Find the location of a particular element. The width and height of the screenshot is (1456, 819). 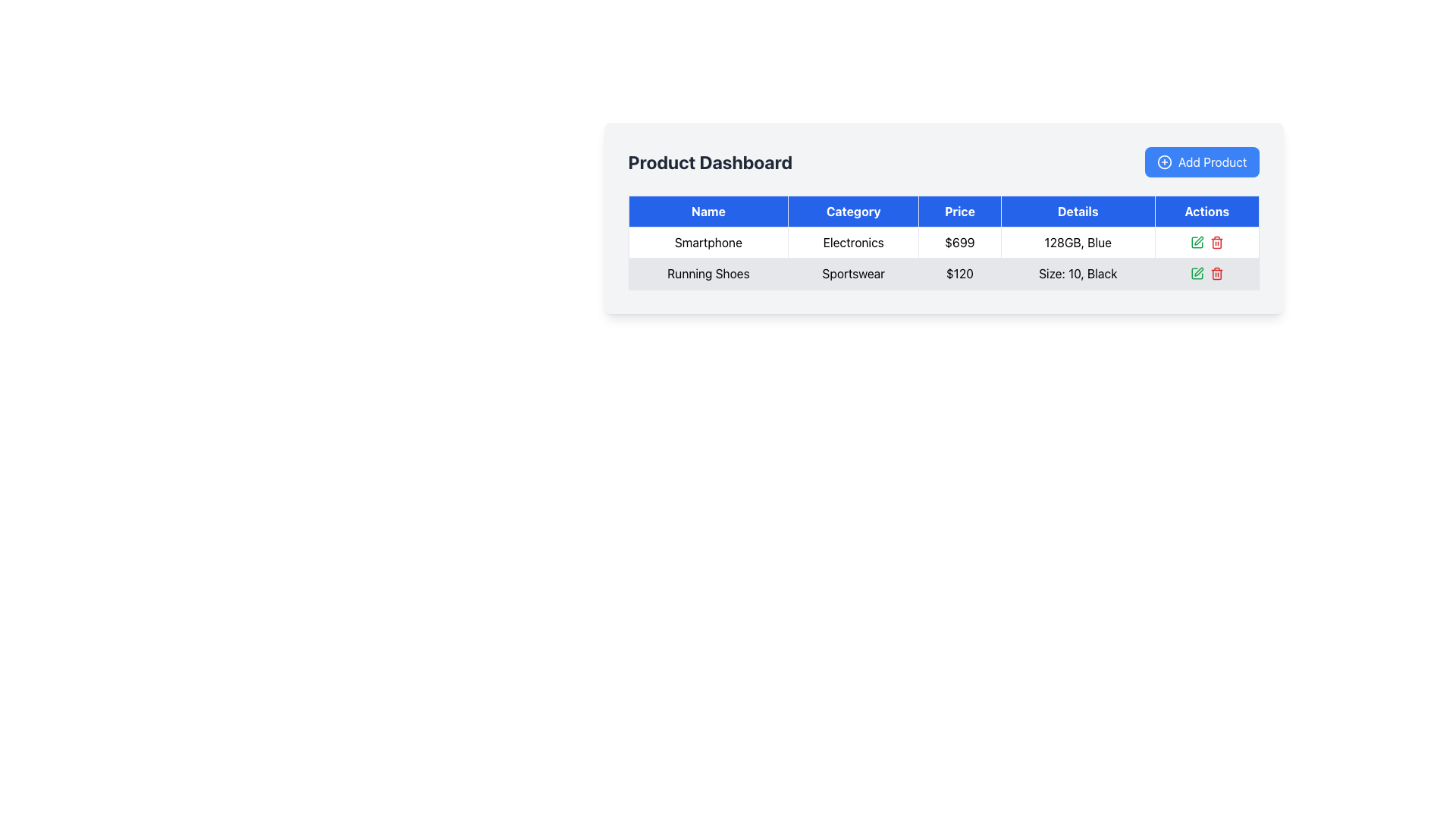

the Horizontal Icon Group located in the Actions column of the second row in the Product Dashboard section is located at coordinates (1206, 242).